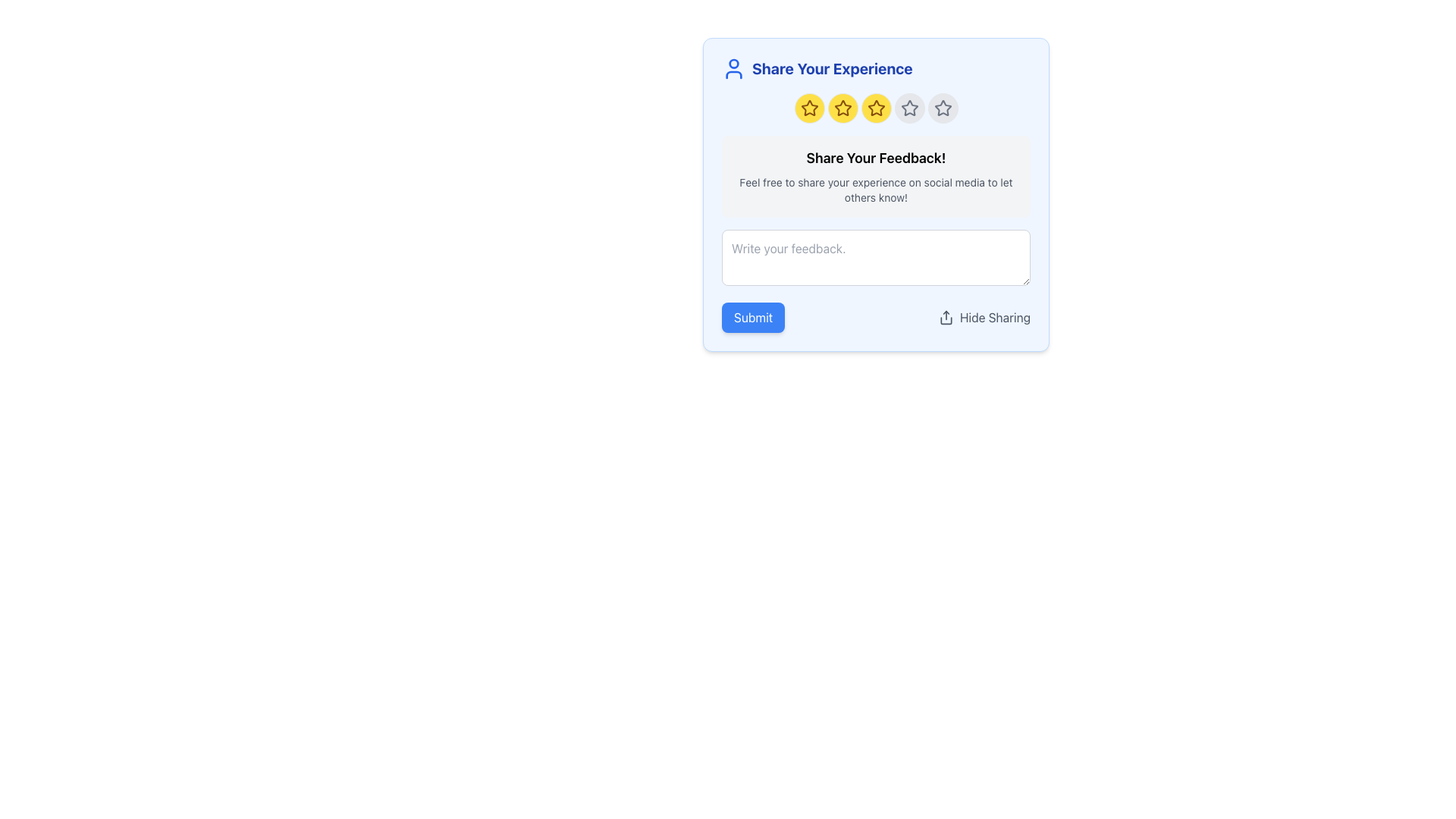 The width and height of the screenshot is (1456, 819). What do you see at coordinates (842, 107) in the screenshot?
I see `the second star icon in the 'Share Your Experience' section` at bounding box center [842, 107].